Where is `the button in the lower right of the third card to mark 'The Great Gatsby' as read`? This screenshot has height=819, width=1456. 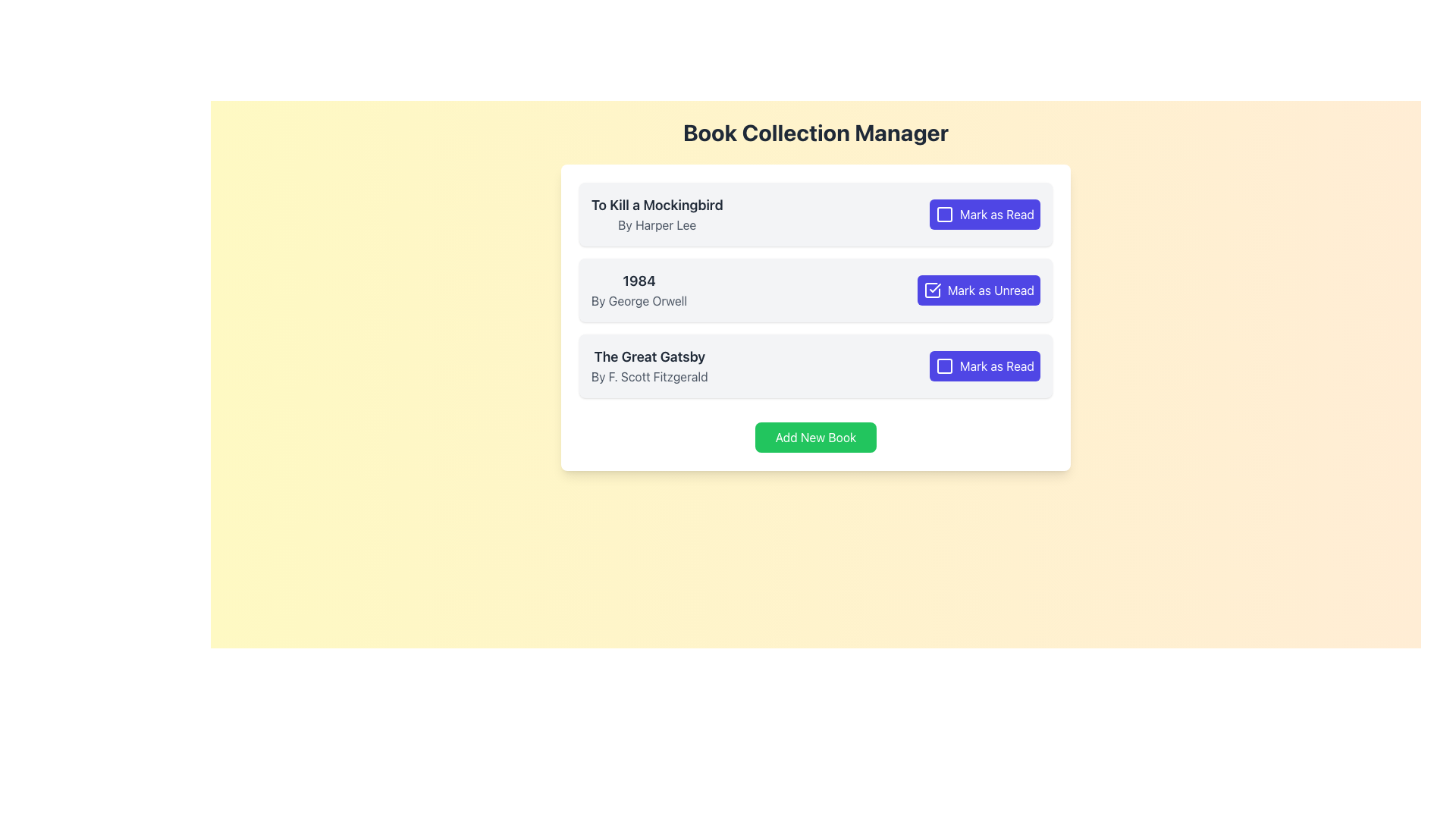
the button in the lower right of the third card to mark 'The Great Gatsby' as read is located at coordinates (984, 366).